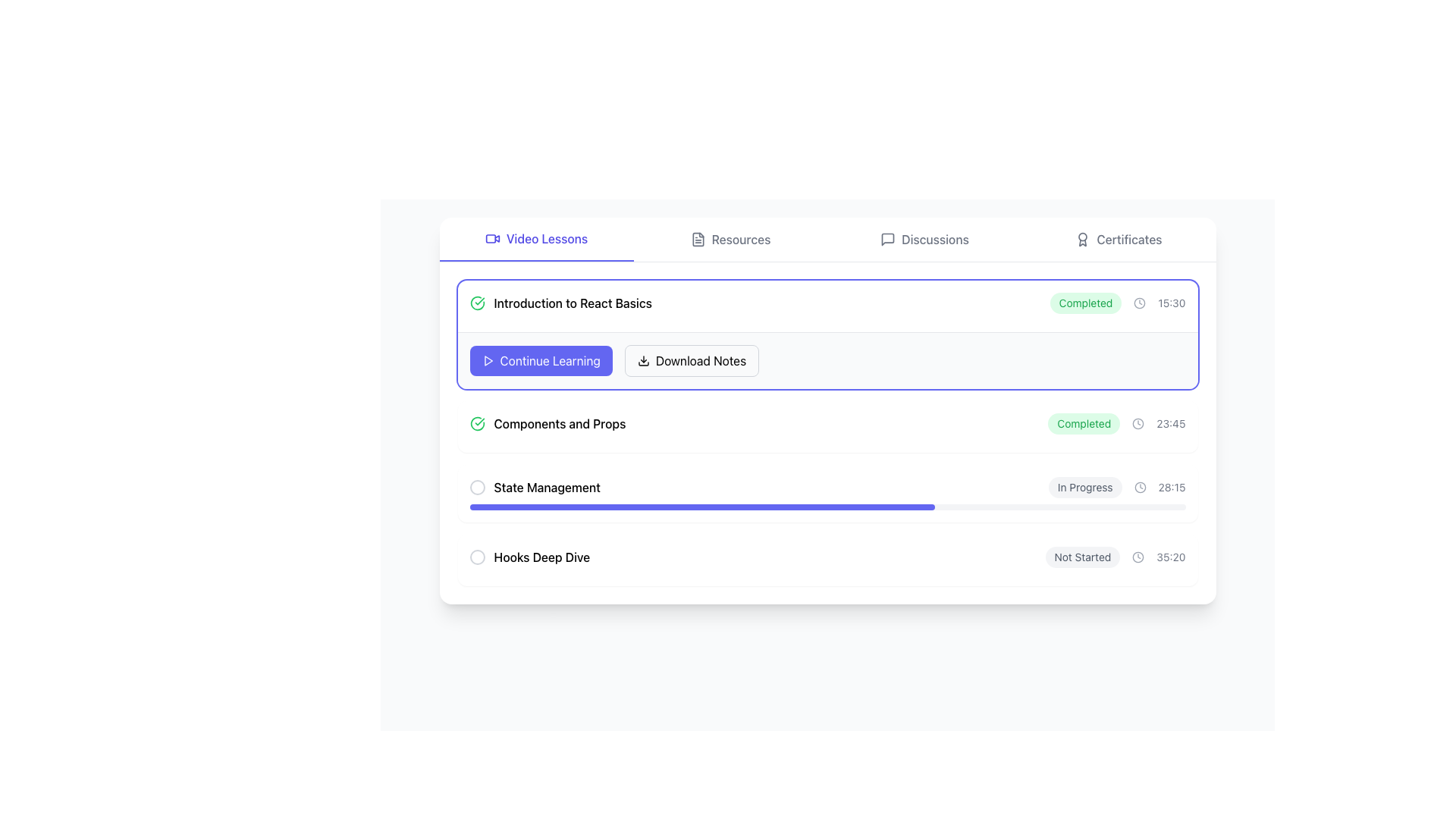 The image size is (1456, 819). I want to click on the list item containing the text 'Components and Props', so click(547, 424).